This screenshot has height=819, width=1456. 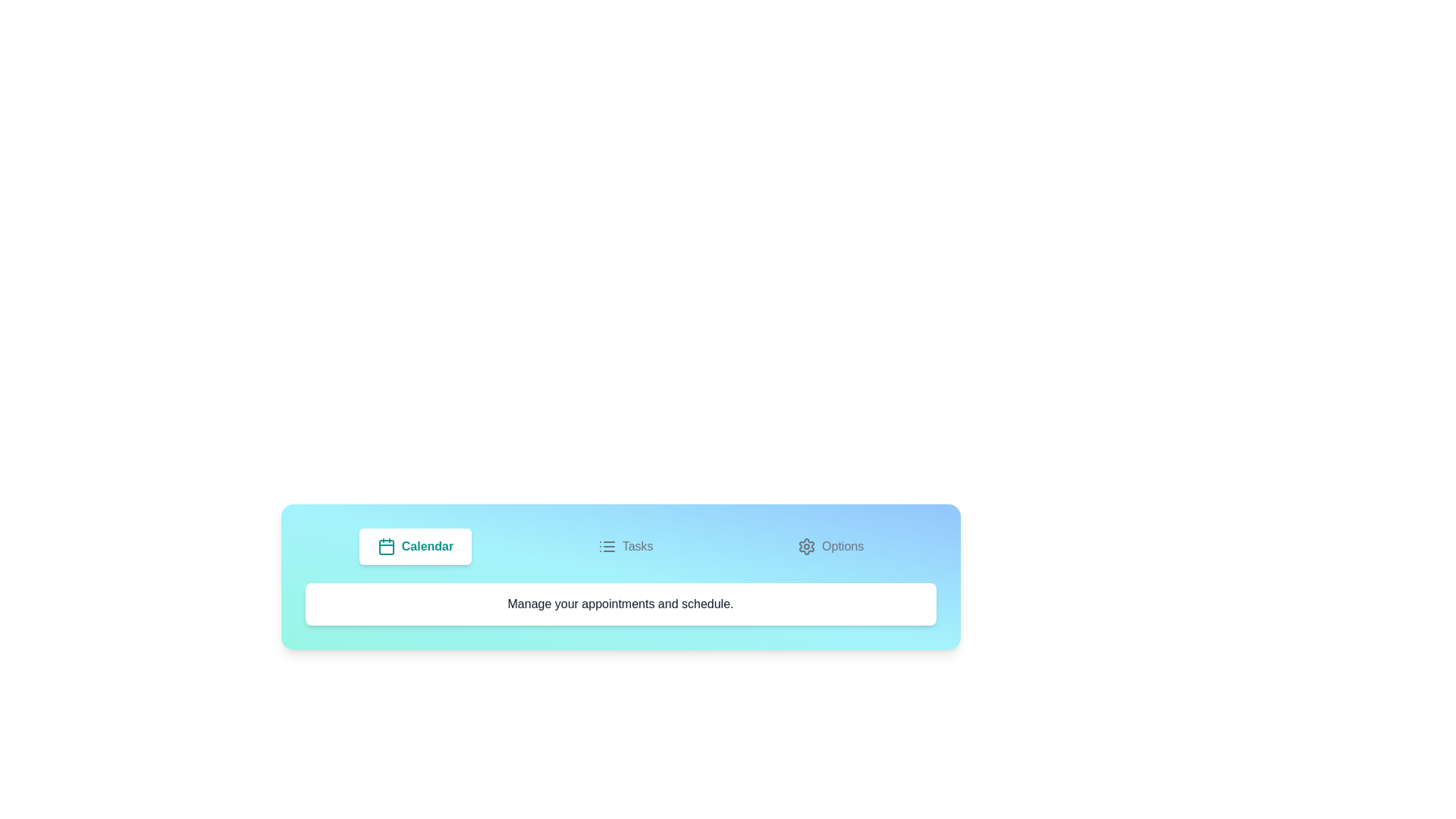 I want to click on the tab button labeled Calendar to switch to the corresponding tab, so click(x=415, y=547).